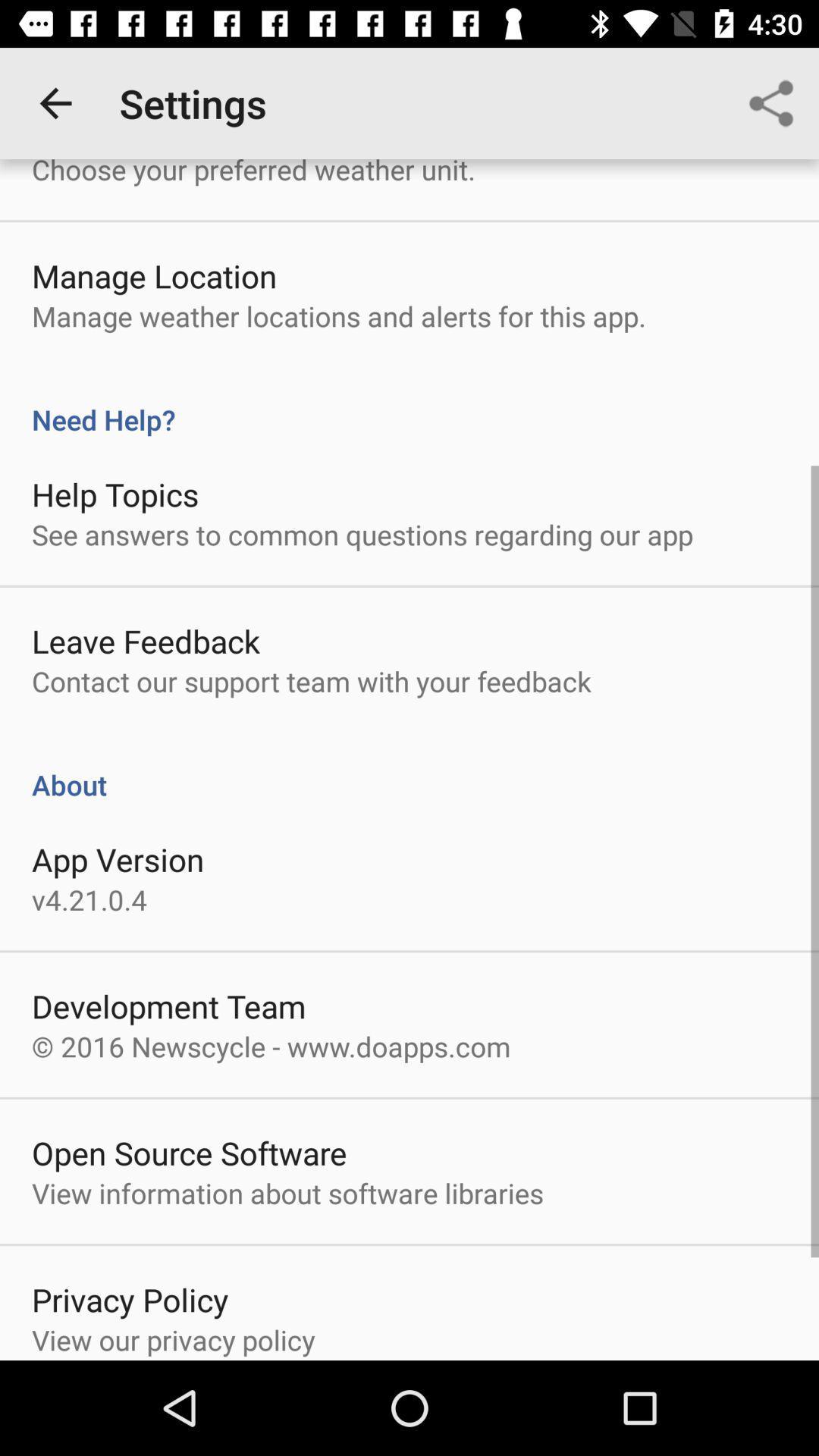  What do you see at coordinates (270, 1046) in the screenshot?
I see `the item above the open source software` at bounding box center [270, 1046].